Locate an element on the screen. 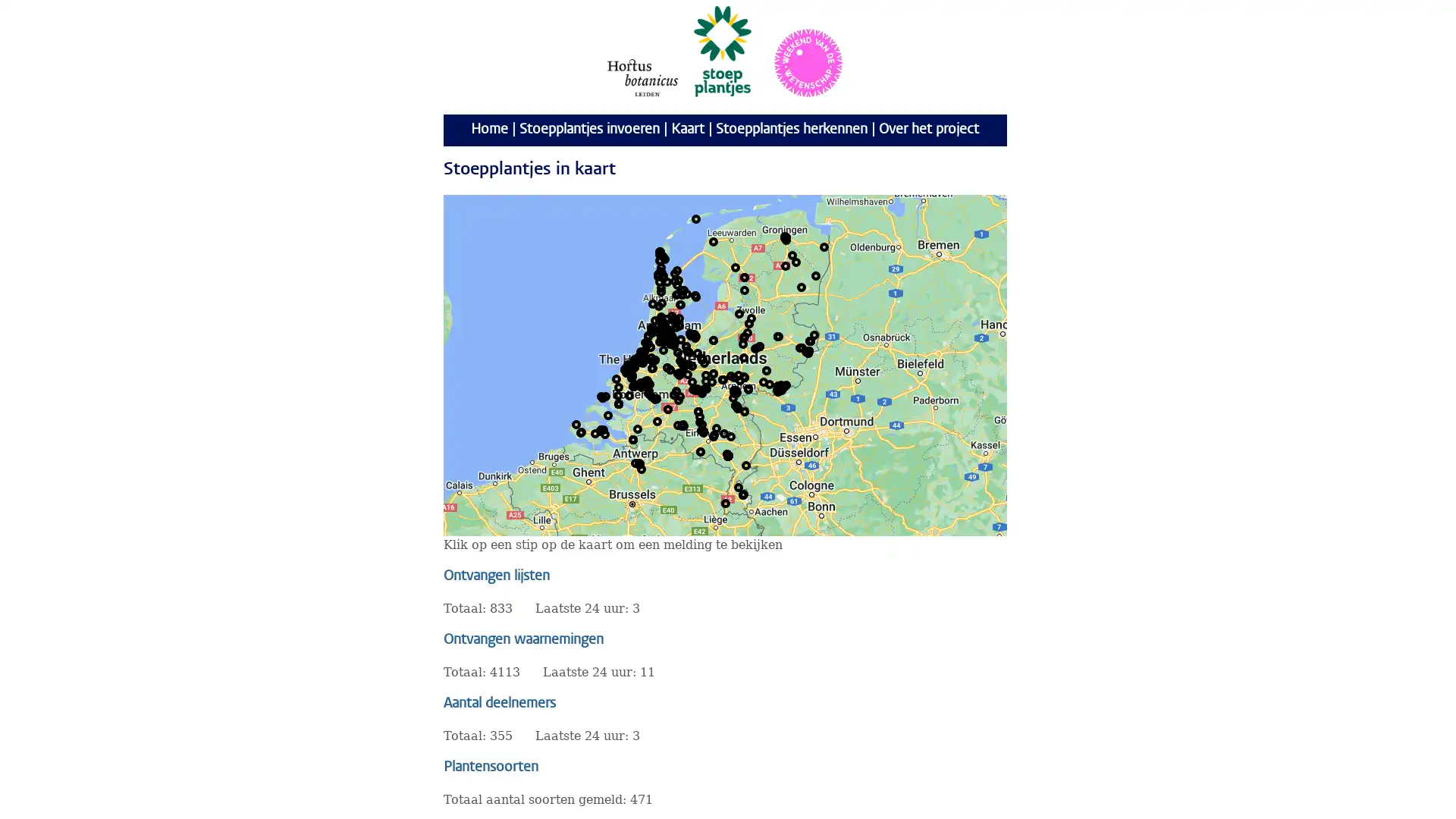 The image size is (1456, 819). Telling van op 07 maart 2022 is located at coordinates (737, 405).